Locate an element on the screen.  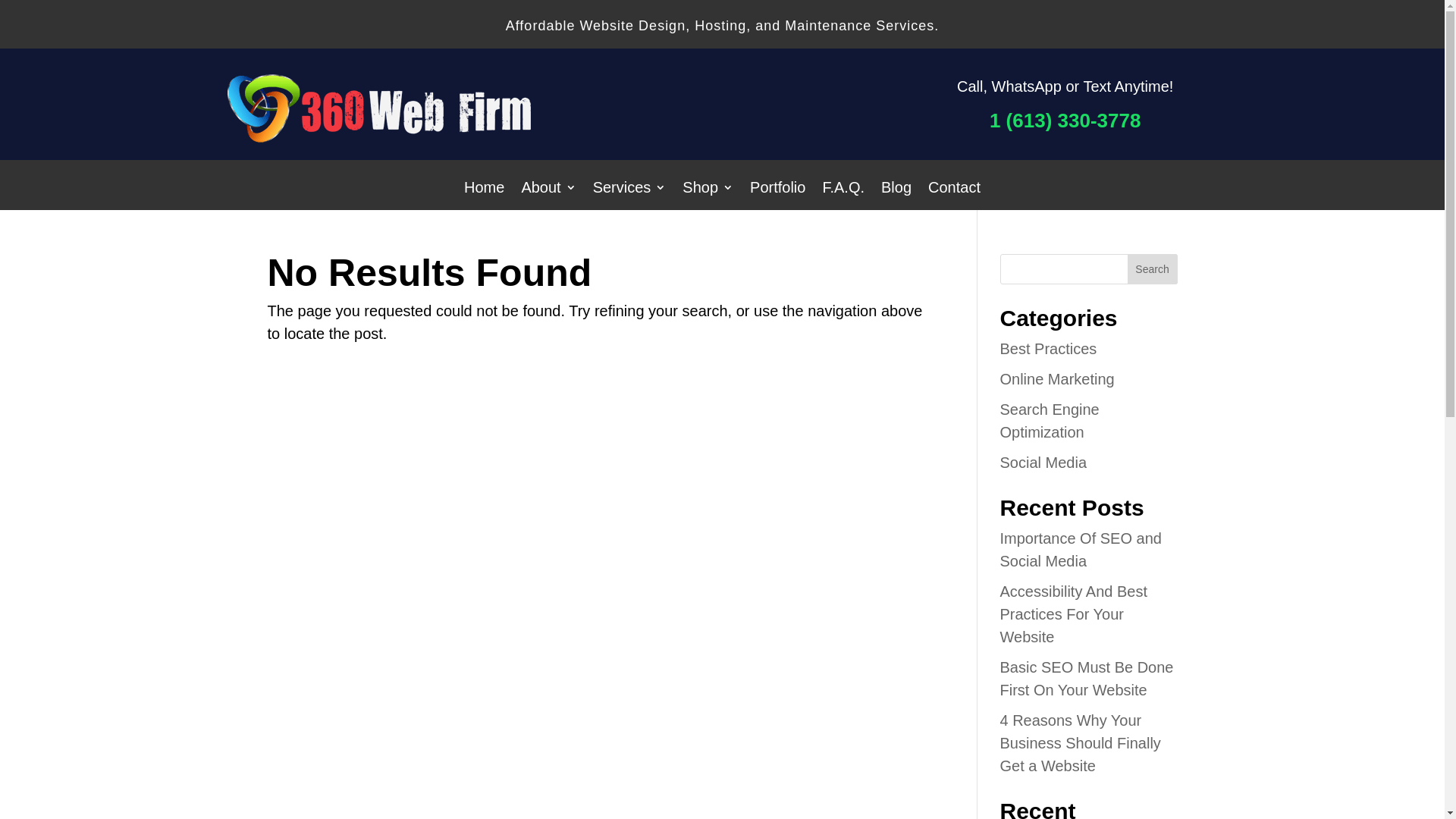
'About' is located at coordinates (548, 189).